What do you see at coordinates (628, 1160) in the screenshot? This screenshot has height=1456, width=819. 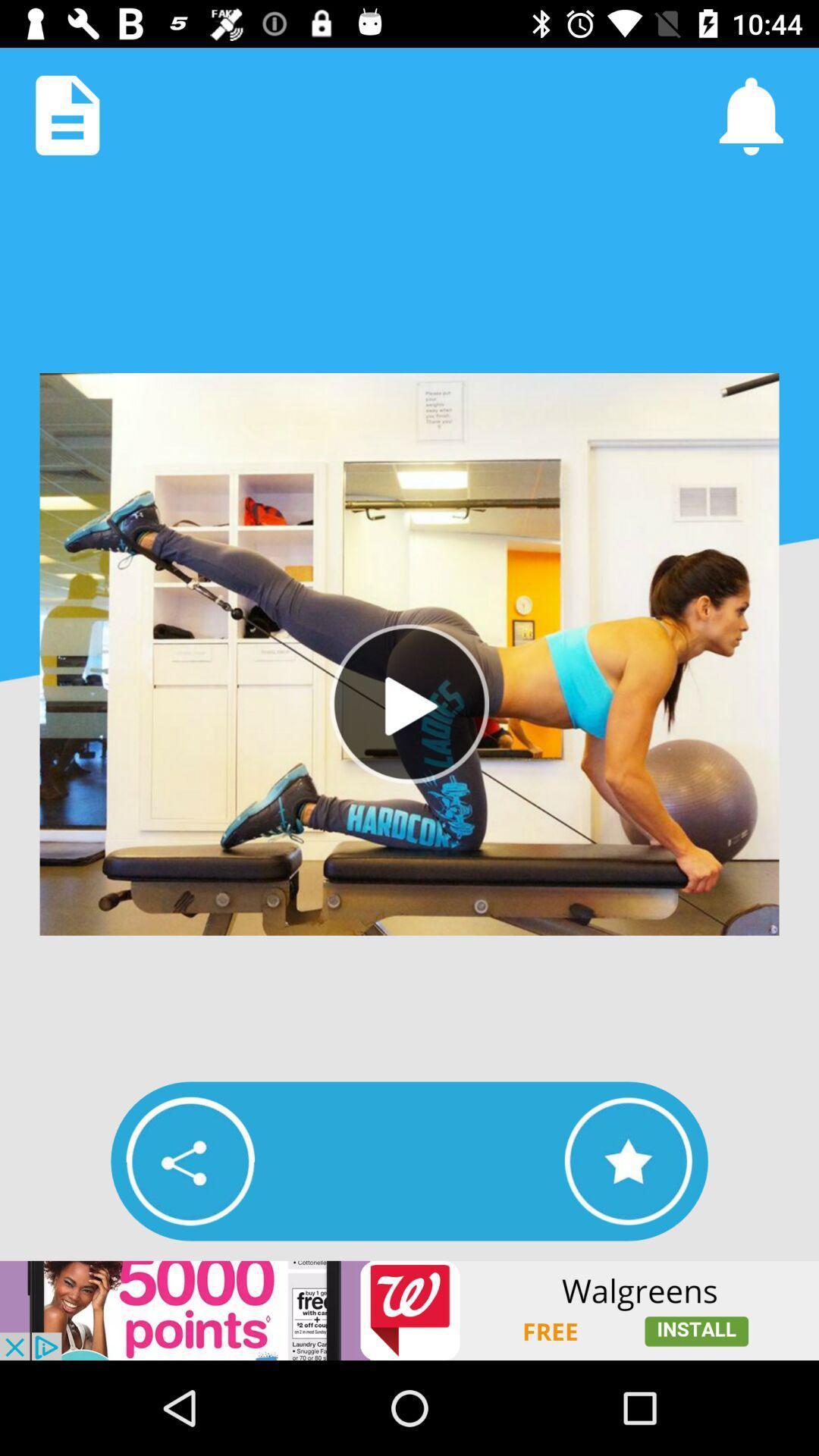 I see `to favorite` at bounding box center [628, 1160].